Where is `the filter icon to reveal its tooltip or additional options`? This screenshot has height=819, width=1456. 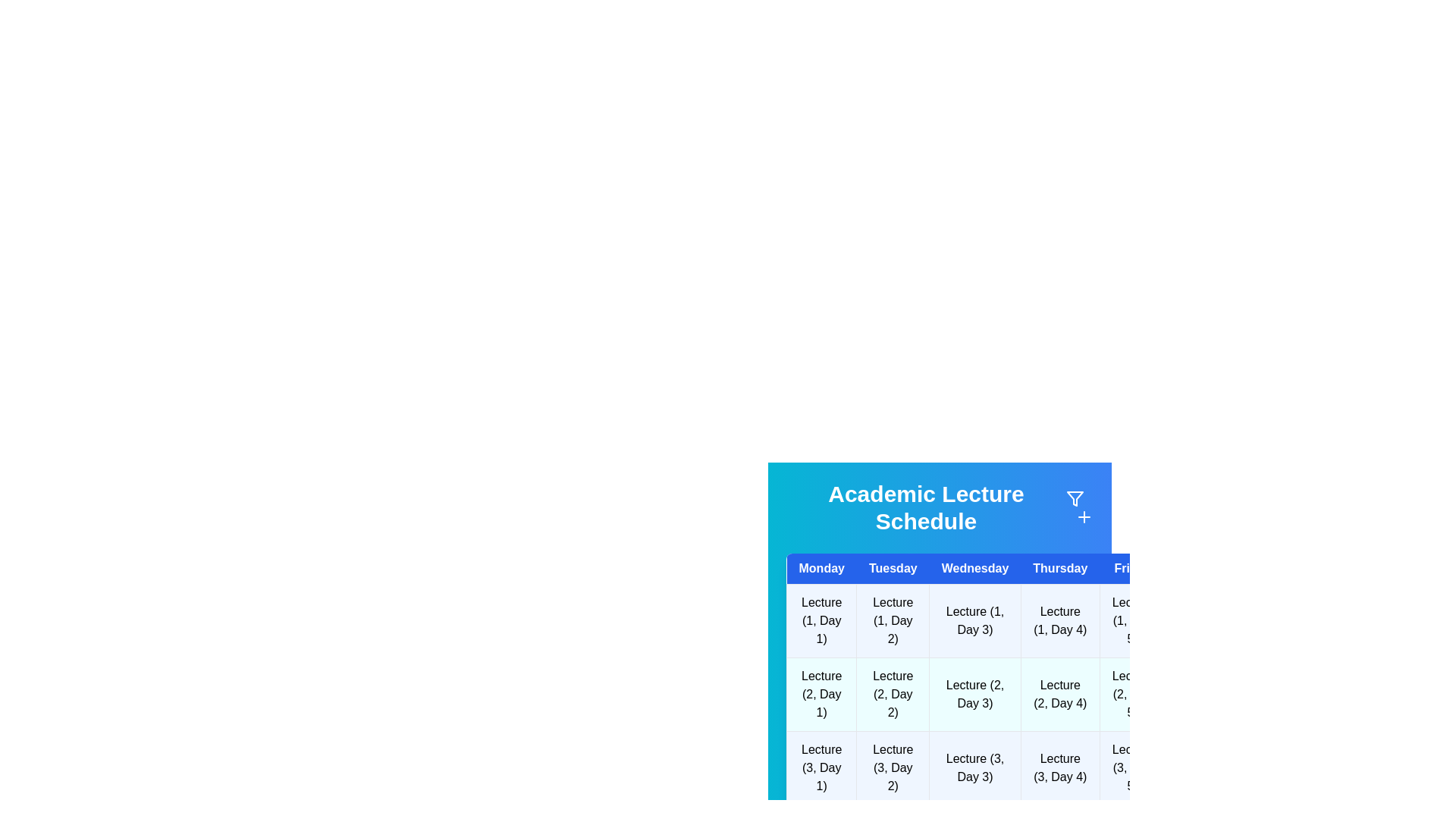
the filter icon to reveal its tooltip or additional options is located at coordinates (1074, 499).